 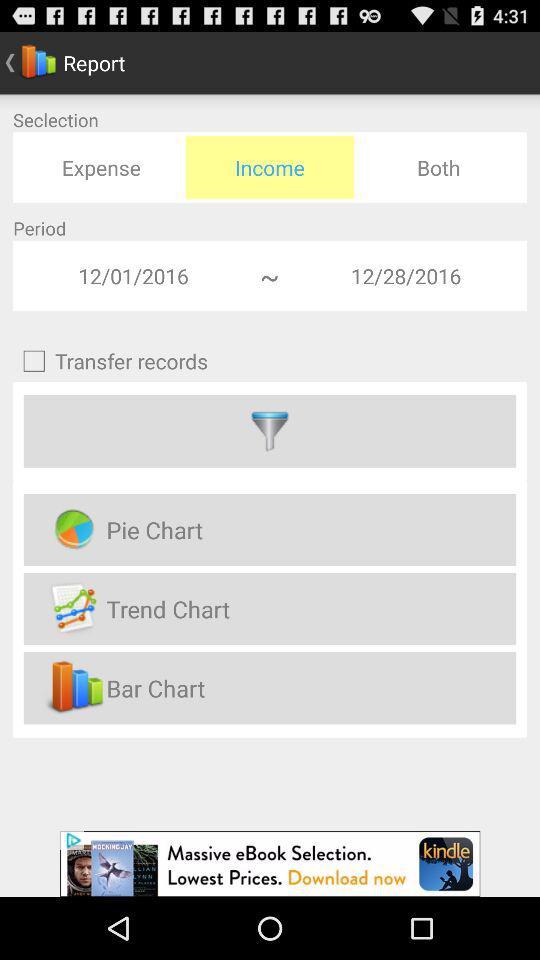 What do you see at coordinates (270, 431) in the screenshot?
I see `click the transfer record option` at bounding box center [270, 431].